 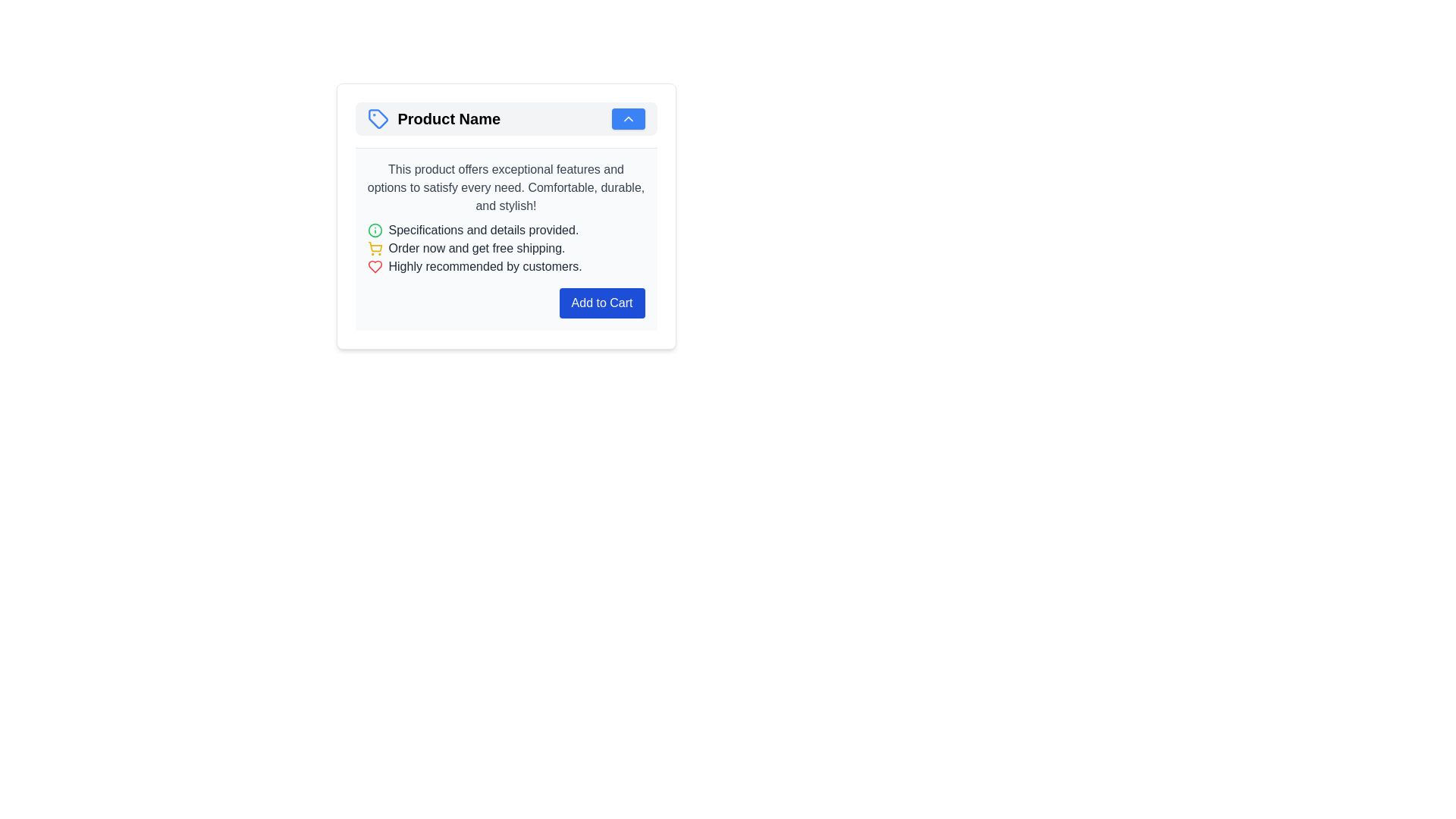 What do you see at coordinates (628, 118) in the screenshot?
I see `the upward-pointing chevron icon indicating an expandable section, located near the center of the blue 'Add to Cart' button` at bounding box center [628, 118].